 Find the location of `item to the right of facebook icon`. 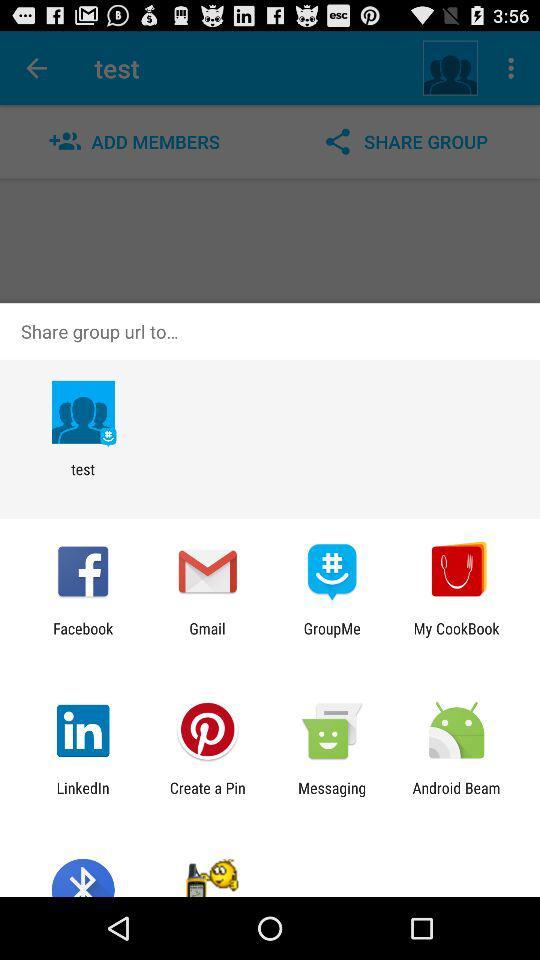

item to the right of facebook icon is located at coordinates (206, 636).